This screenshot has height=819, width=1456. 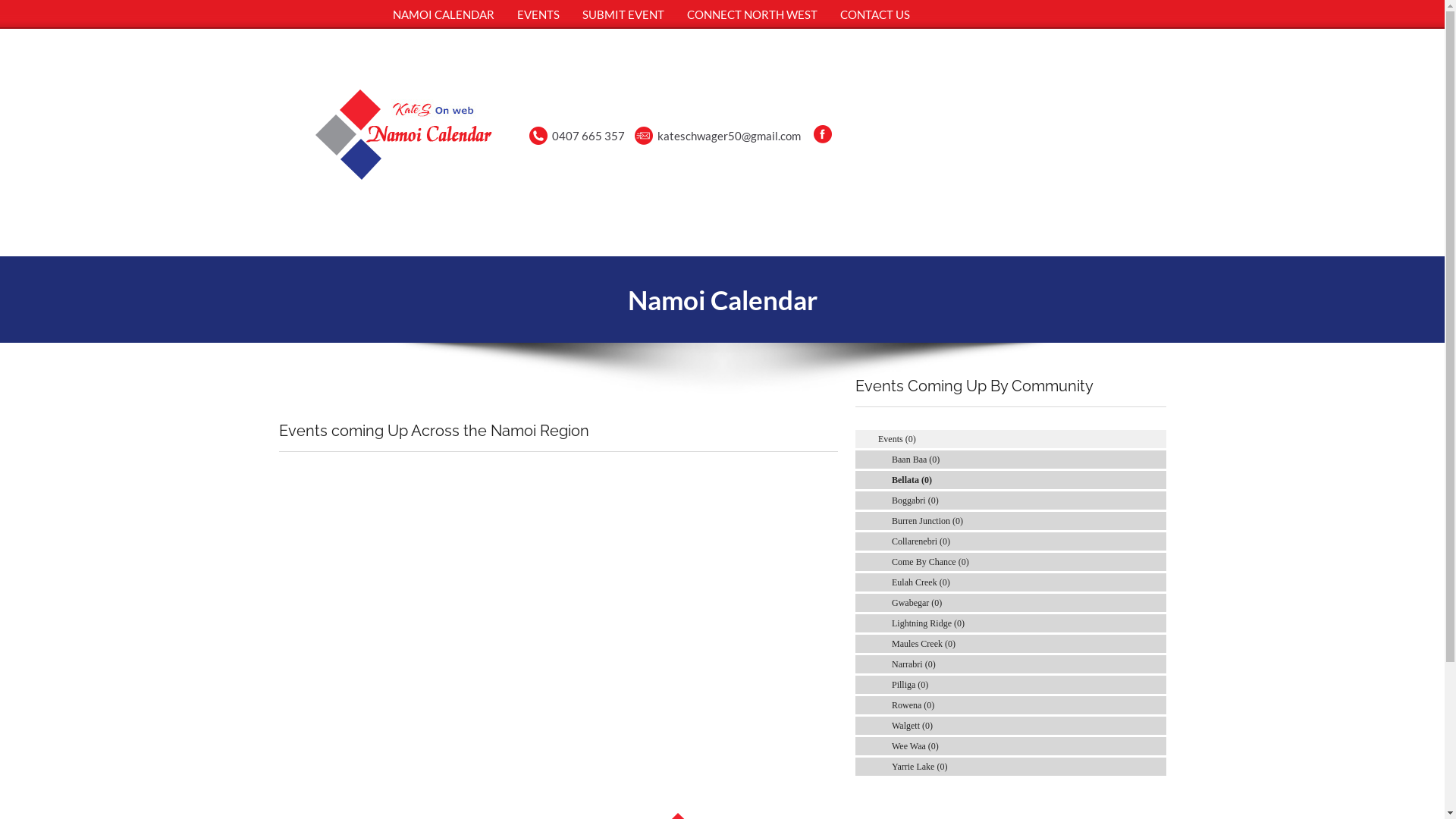 I want to click on 'Burren Junction (0)', so click(x=927, y=519).